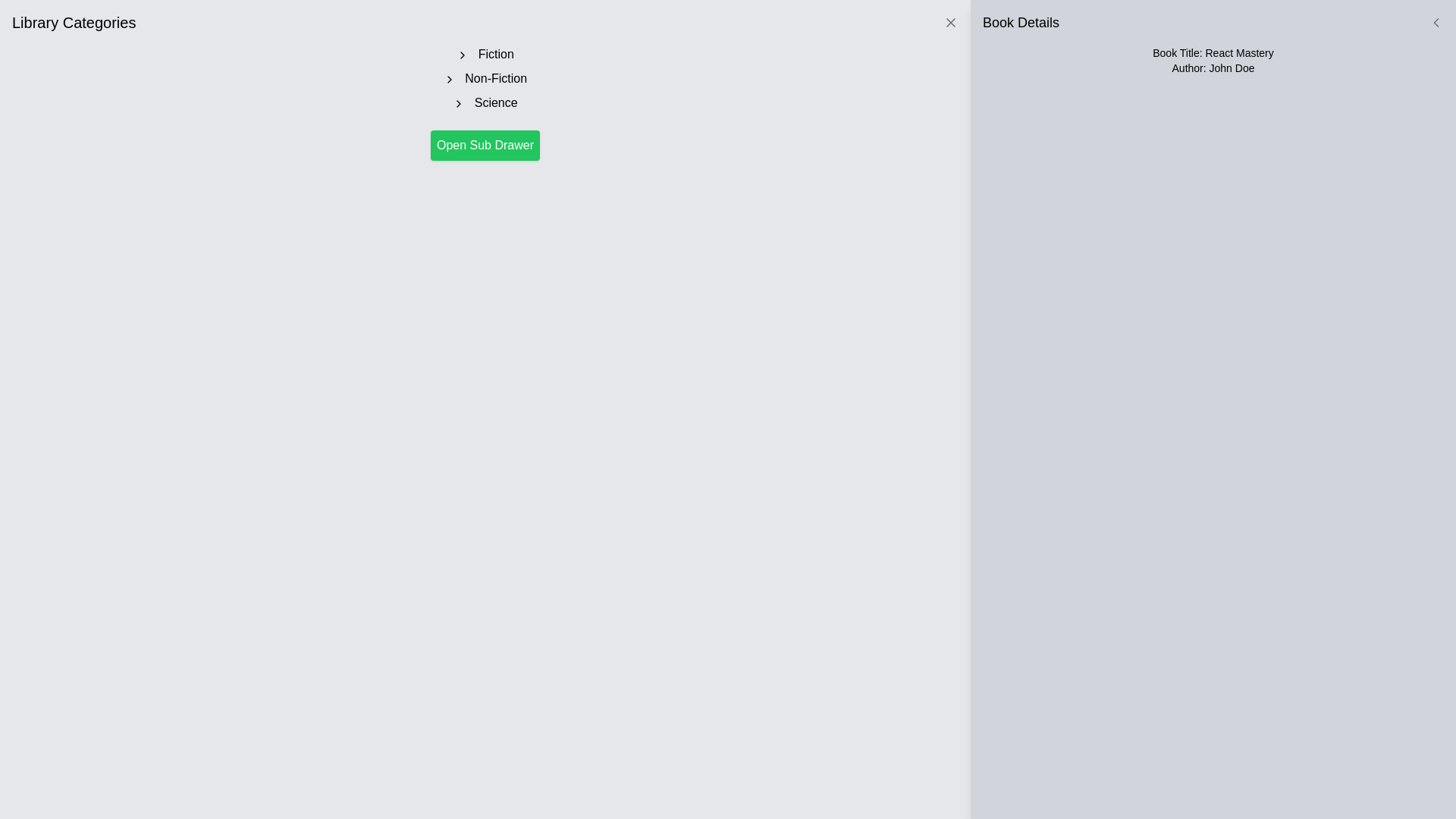 This screenshot has width=1456, height=819. I want to click on the navigational button located in the top-right corner of the 'Book Details' section to change its color, so click(1436, 23).